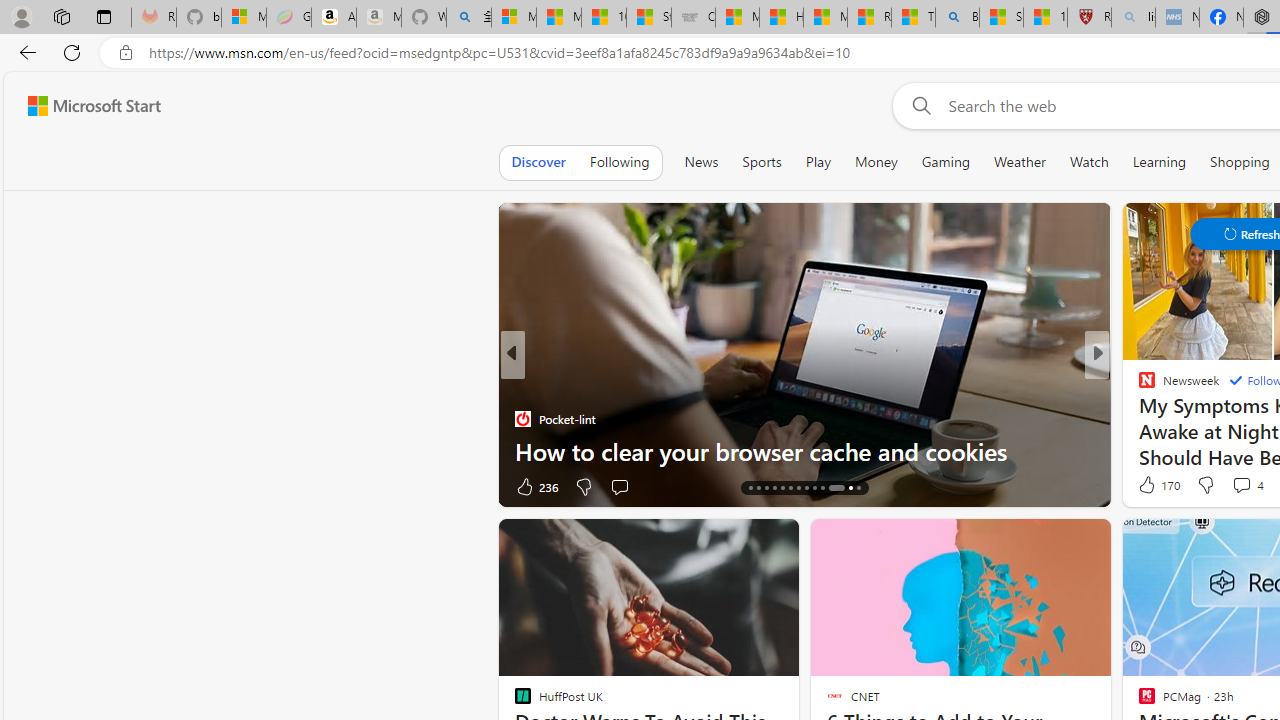 This screenshot has height=720, width=1280. Describe the element at coordinates (1088, 161) in the screenshot. I see `'Watch'` at that location.